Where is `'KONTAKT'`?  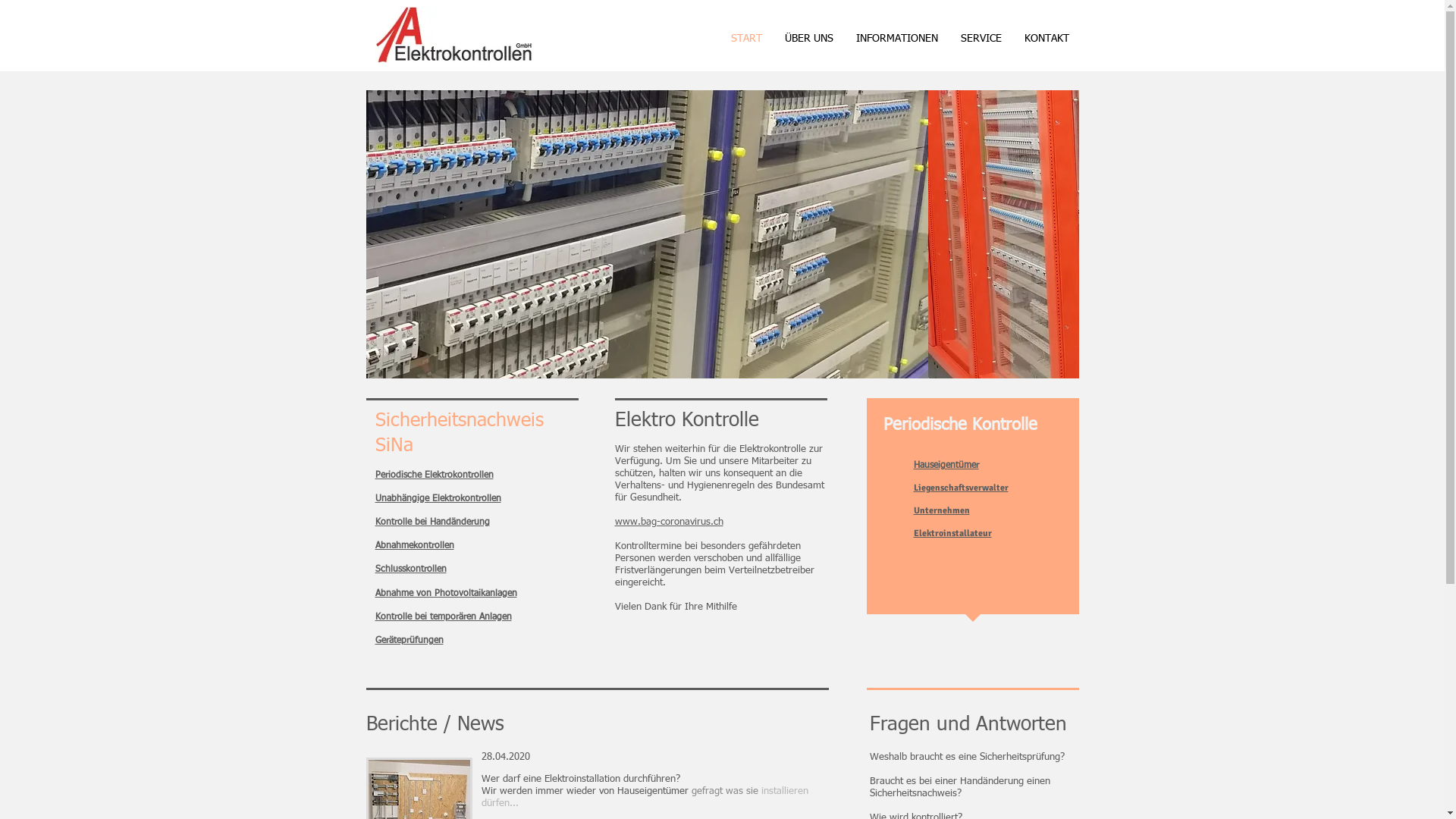 'KONTAKT' is located at coordinates (1046, 38).